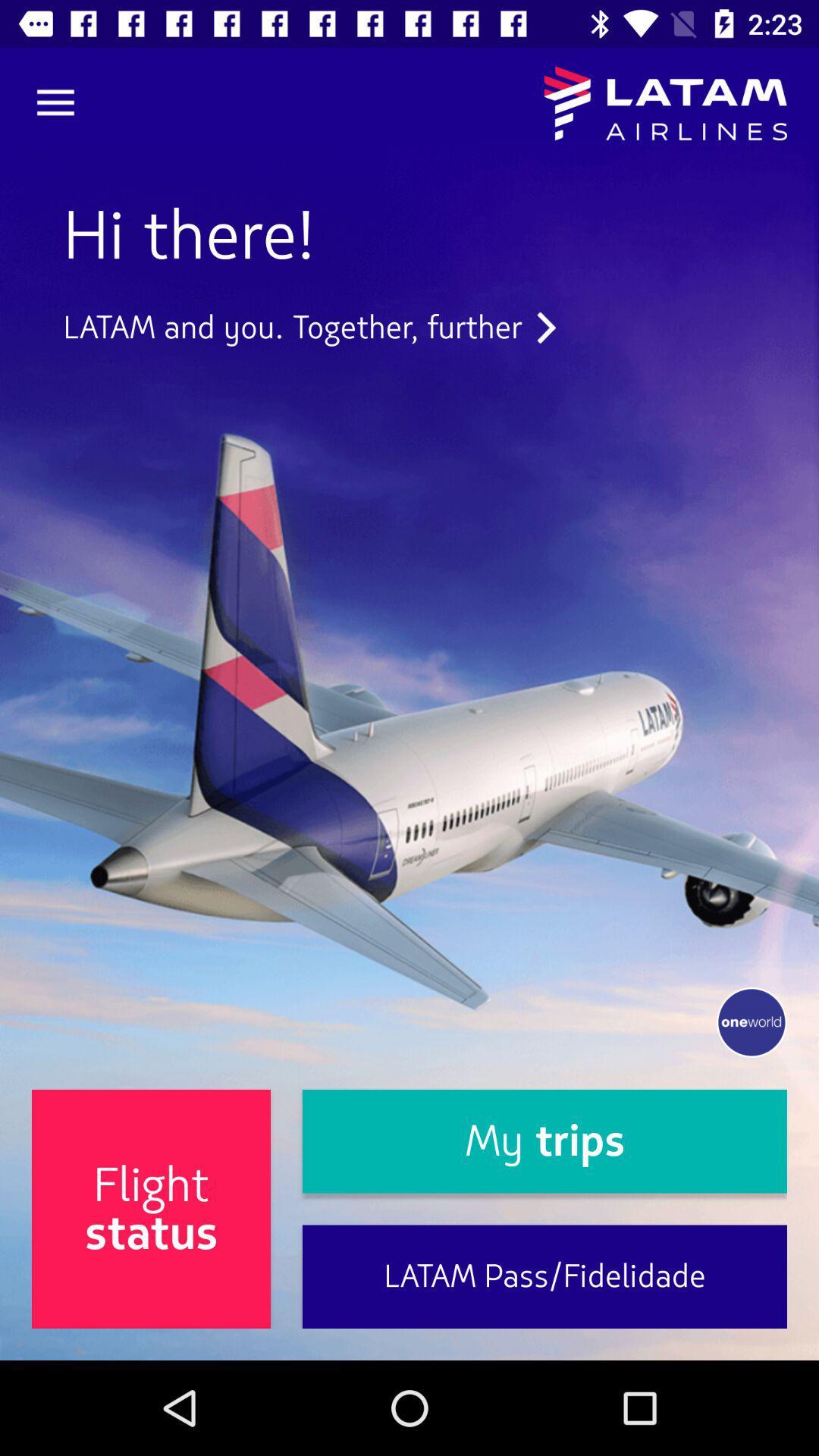 This screenshot has height=1456, width=819. What do you see at coordinates (544, 1141) in the screenshot?
I see `icon next to the flight` at bounding box center [544, 1141].